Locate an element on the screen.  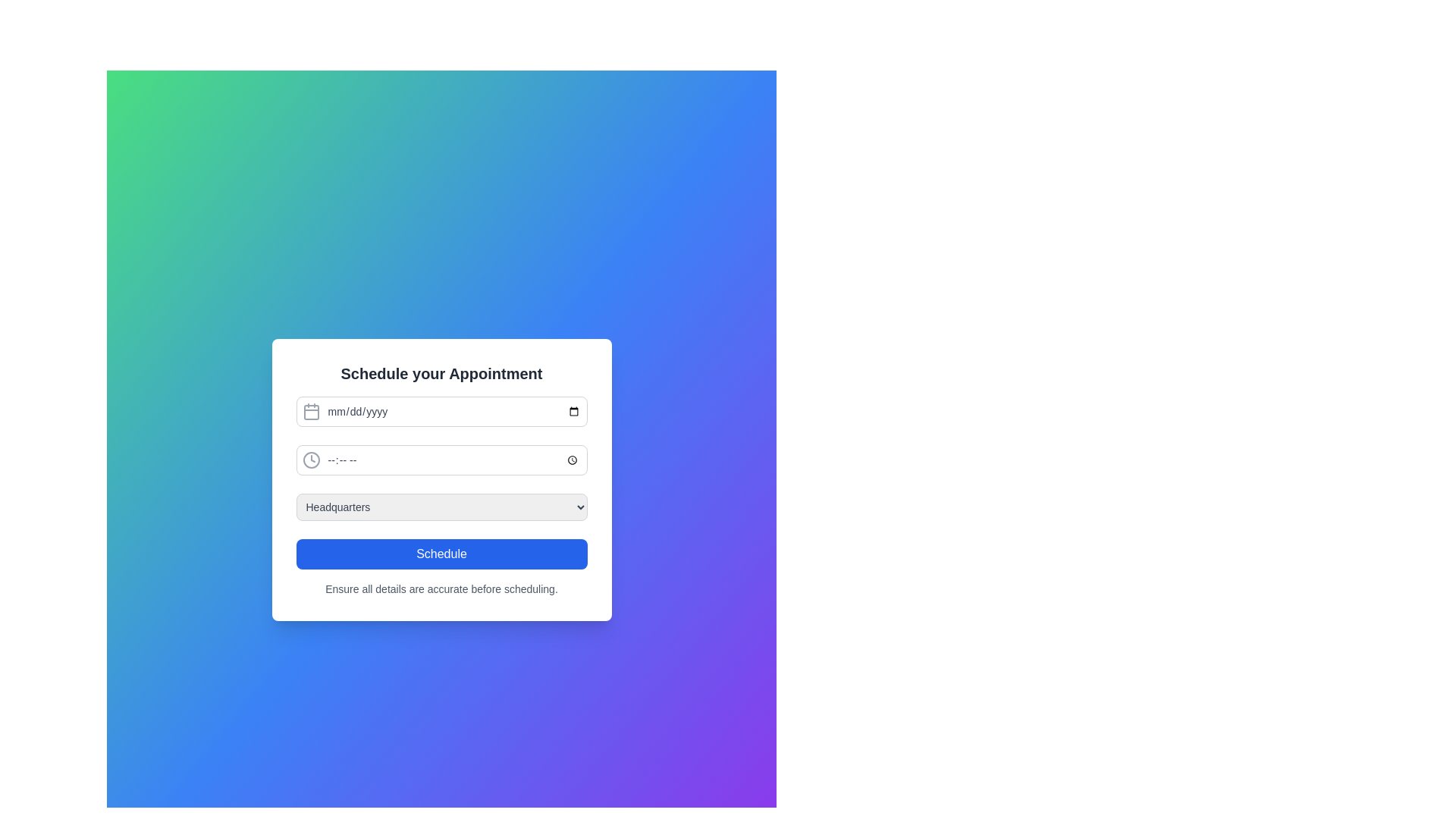
within the input fields of the form that allows users to schedule an appointment, which is visually represented by a white rounded rectangular element containing various input components and a blue 'Schedule' button is located at coordinates (441, 479).